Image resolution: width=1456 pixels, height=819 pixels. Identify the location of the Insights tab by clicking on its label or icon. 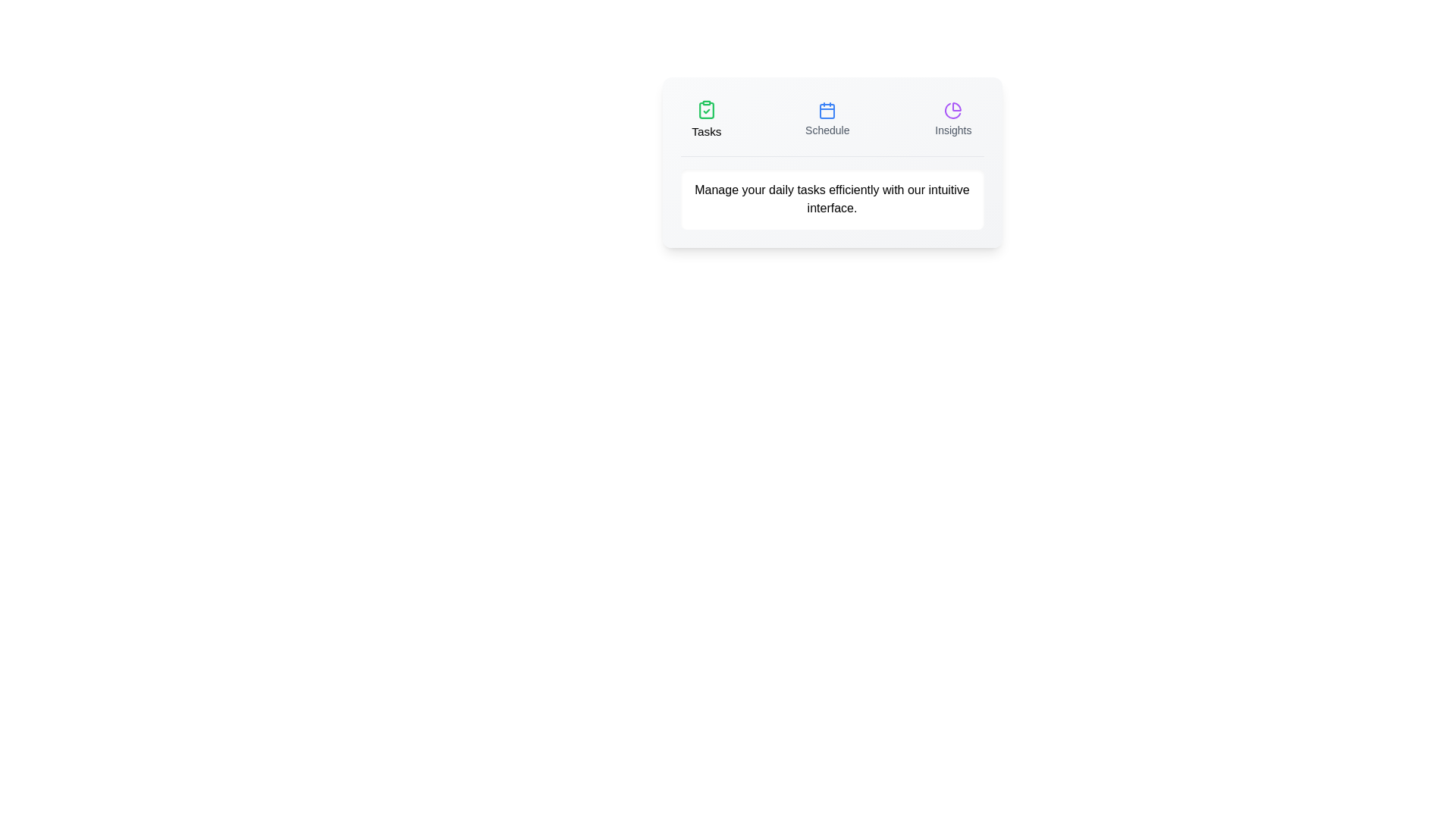
(952, 119).